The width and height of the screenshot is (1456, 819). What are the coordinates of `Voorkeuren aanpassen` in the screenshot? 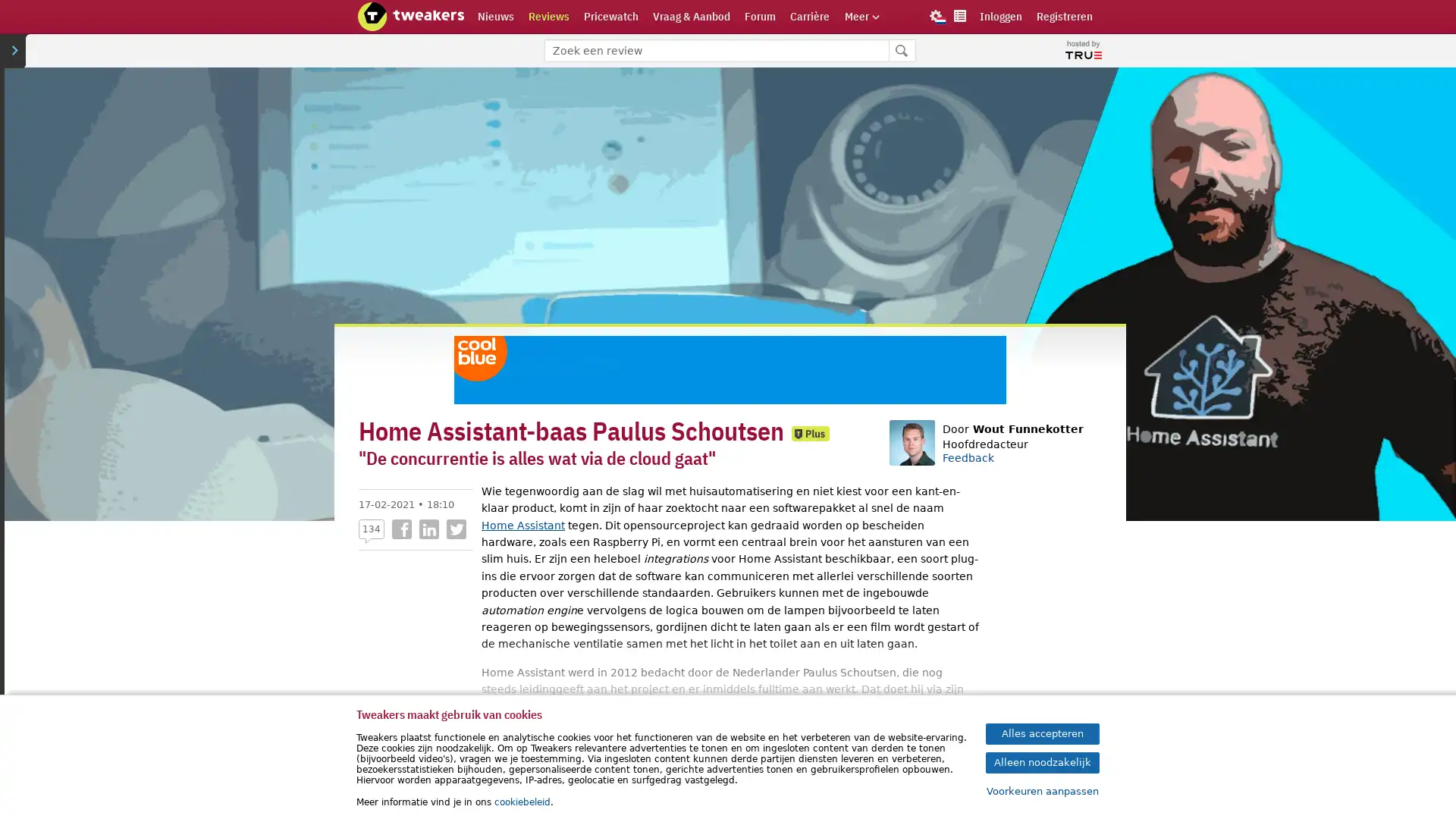 It's located at (1041, 791).